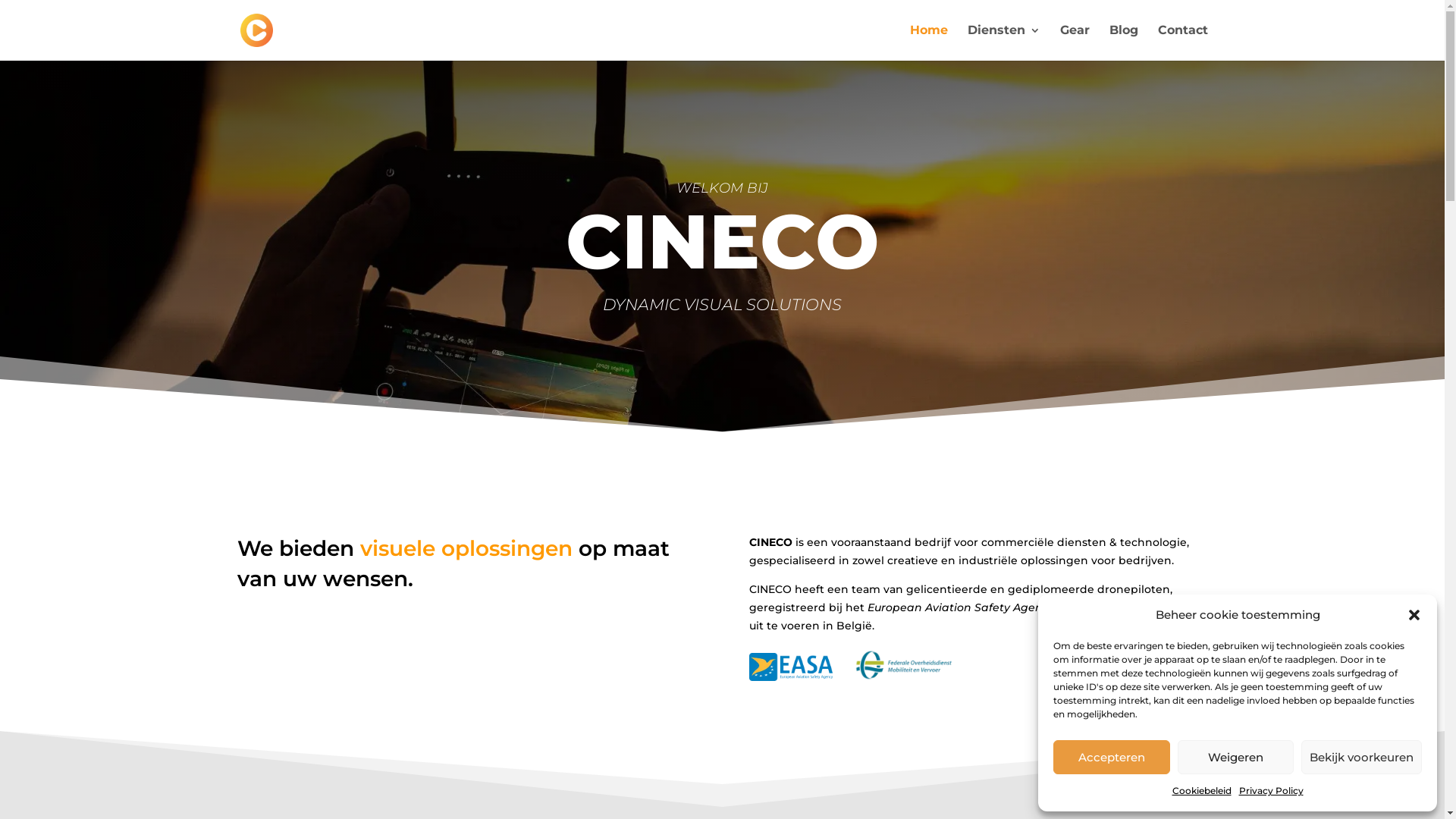 This screenshot has width=1456, height=819. What do you see at coordinates (1181, 42) in the screenshot?
I see `'Contact'` at bounding box center [1181, 42].